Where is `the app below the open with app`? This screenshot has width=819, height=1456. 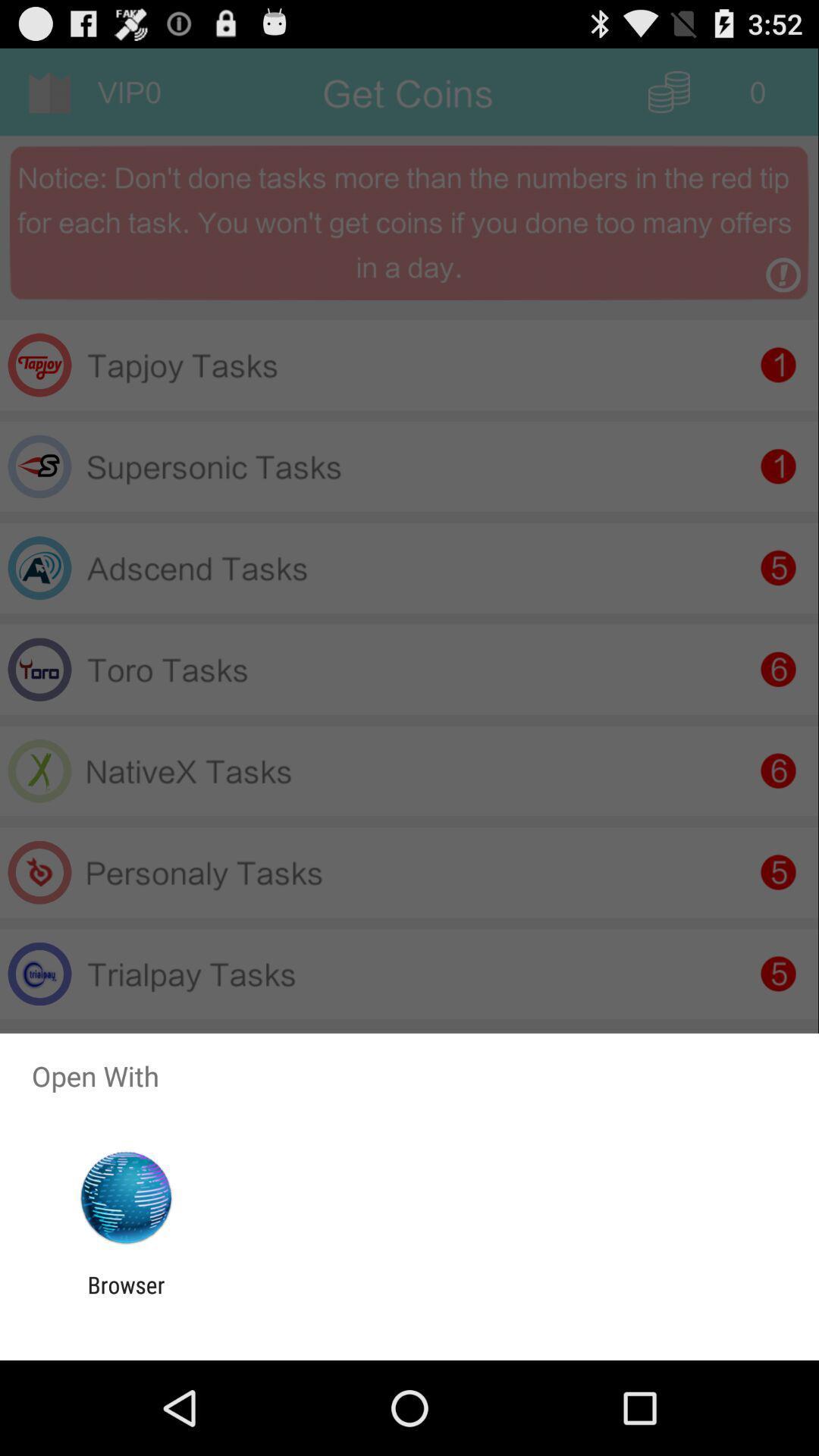 the app below the open with app is located at coordinates (125, 1197).